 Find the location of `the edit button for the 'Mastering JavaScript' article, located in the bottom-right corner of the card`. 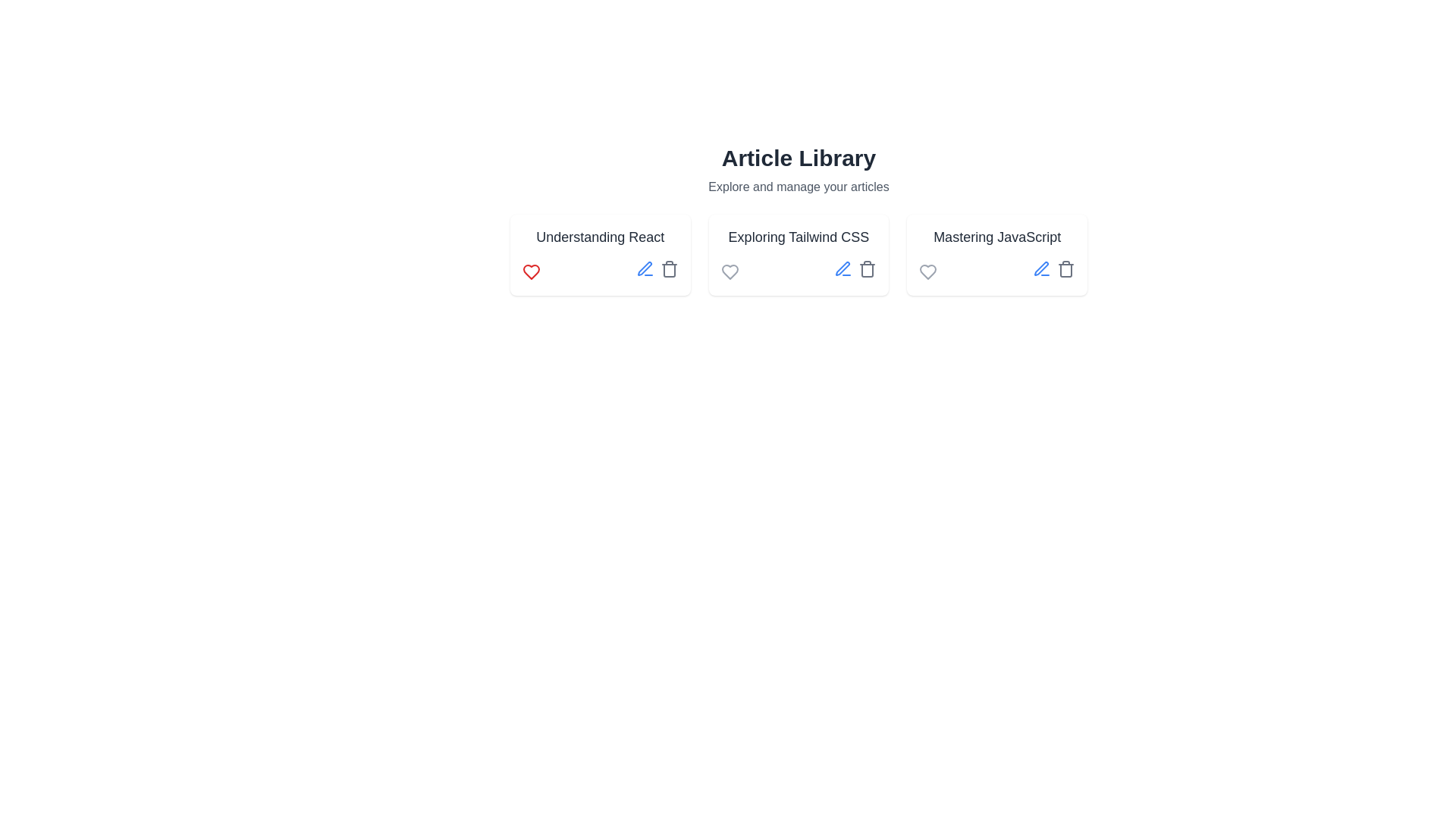

the edit button for the 'Mastering JavaScript' article, located in the bottom-right corner of the card is located at coordinates (1040, 268).